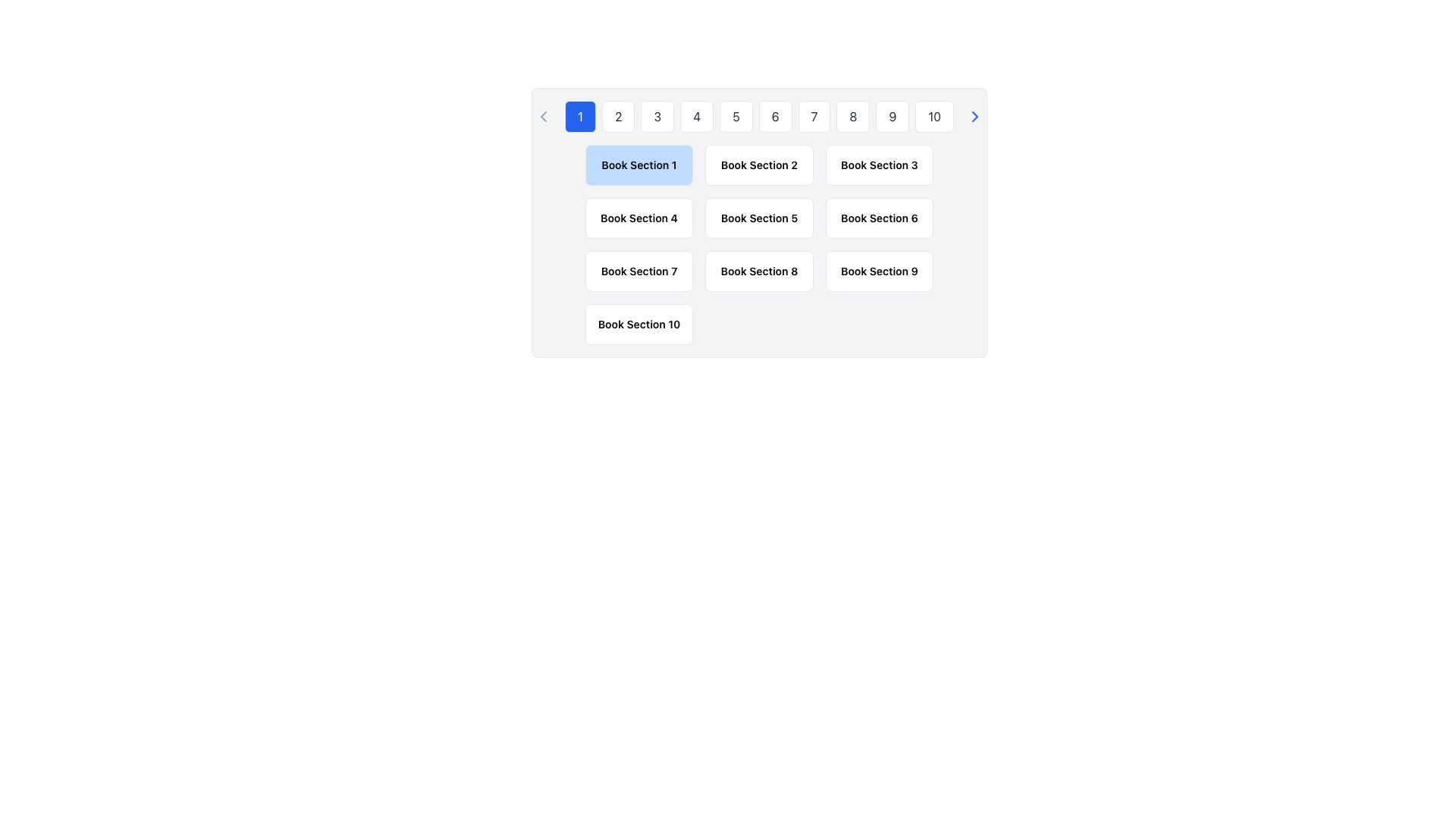 This screenshot has height=819, width=1456. What do you see at coordinates (759, 165) in the screenshot?
I see `the text label displaying 'Book Section 2' in a semi-bold font style, which is part of a grid layout and positioned in the second cell of the first row` at bounding box center [759, 165].